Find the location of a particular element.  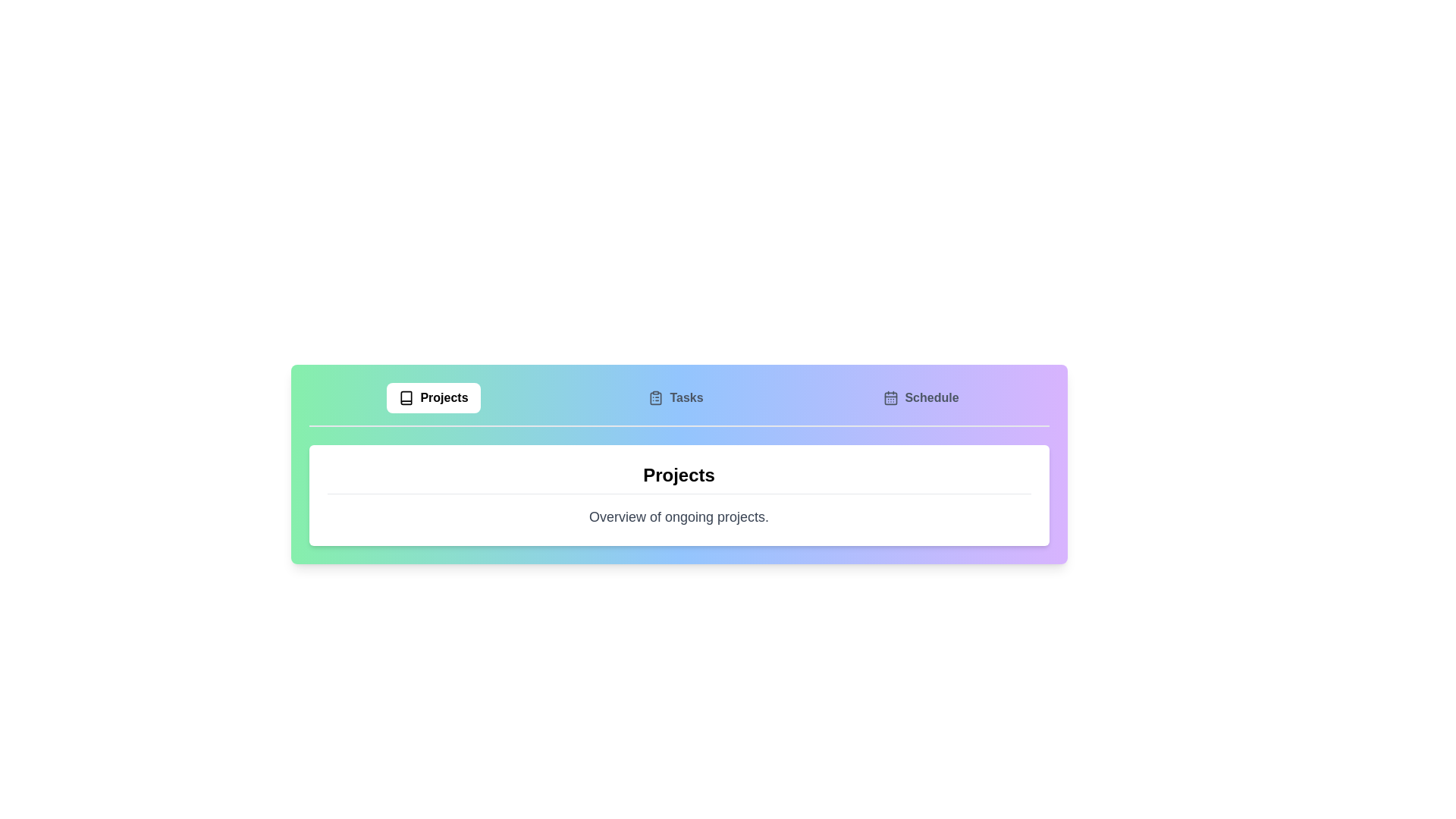

the Schedule tab by clicking on its corresponding button is located at coordinates (920, 397).